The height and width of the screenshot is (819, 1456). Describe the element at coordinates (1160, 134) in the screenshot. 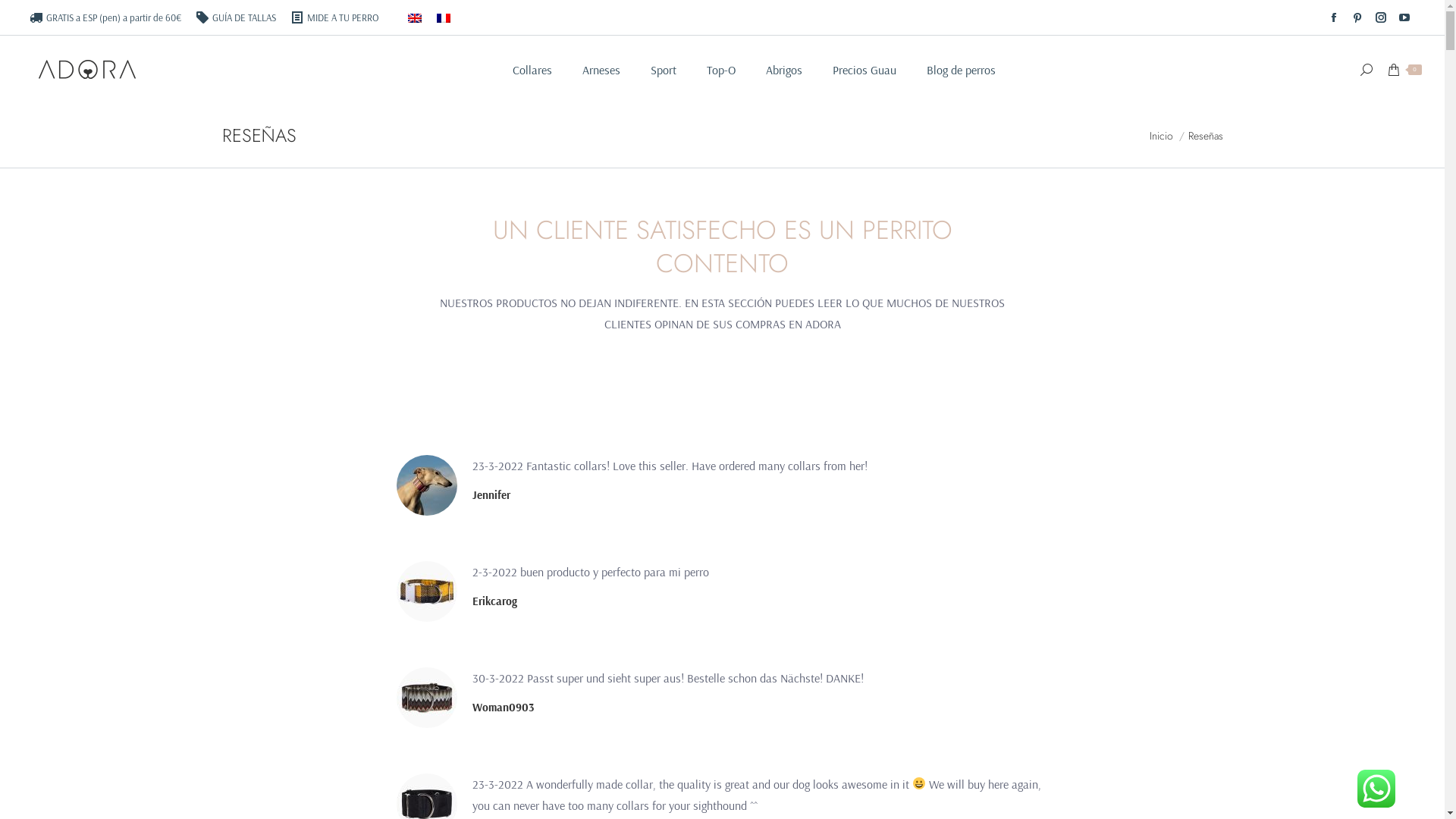

I see `'Inicio'` at that location.